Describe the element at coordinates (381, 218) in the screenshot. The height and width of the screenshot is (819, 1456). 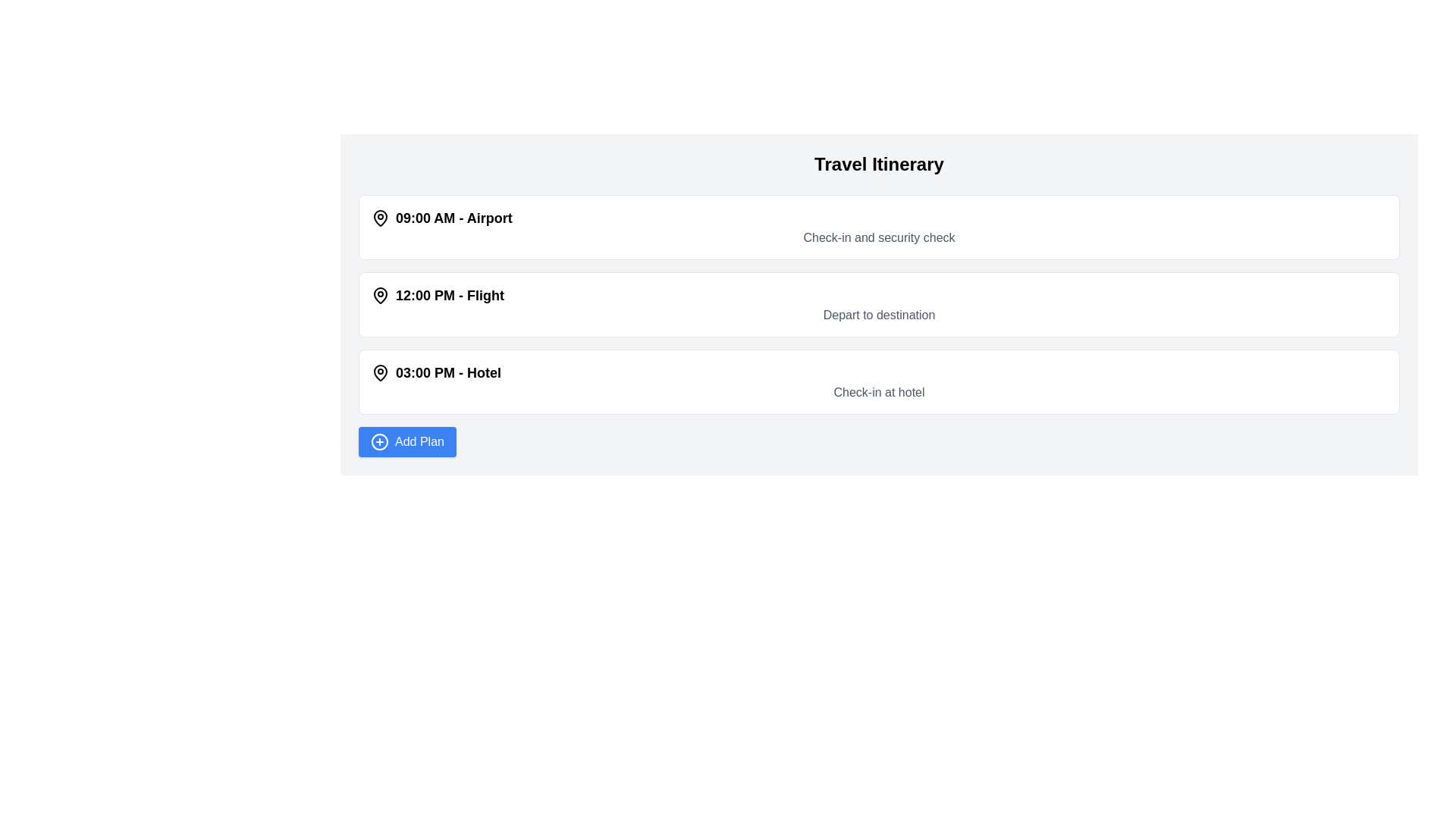
I see `the map pin icon located to the left of the text '09:00 AM - Airport' in the first entry of the itinerary list if it is interactive` at that location.